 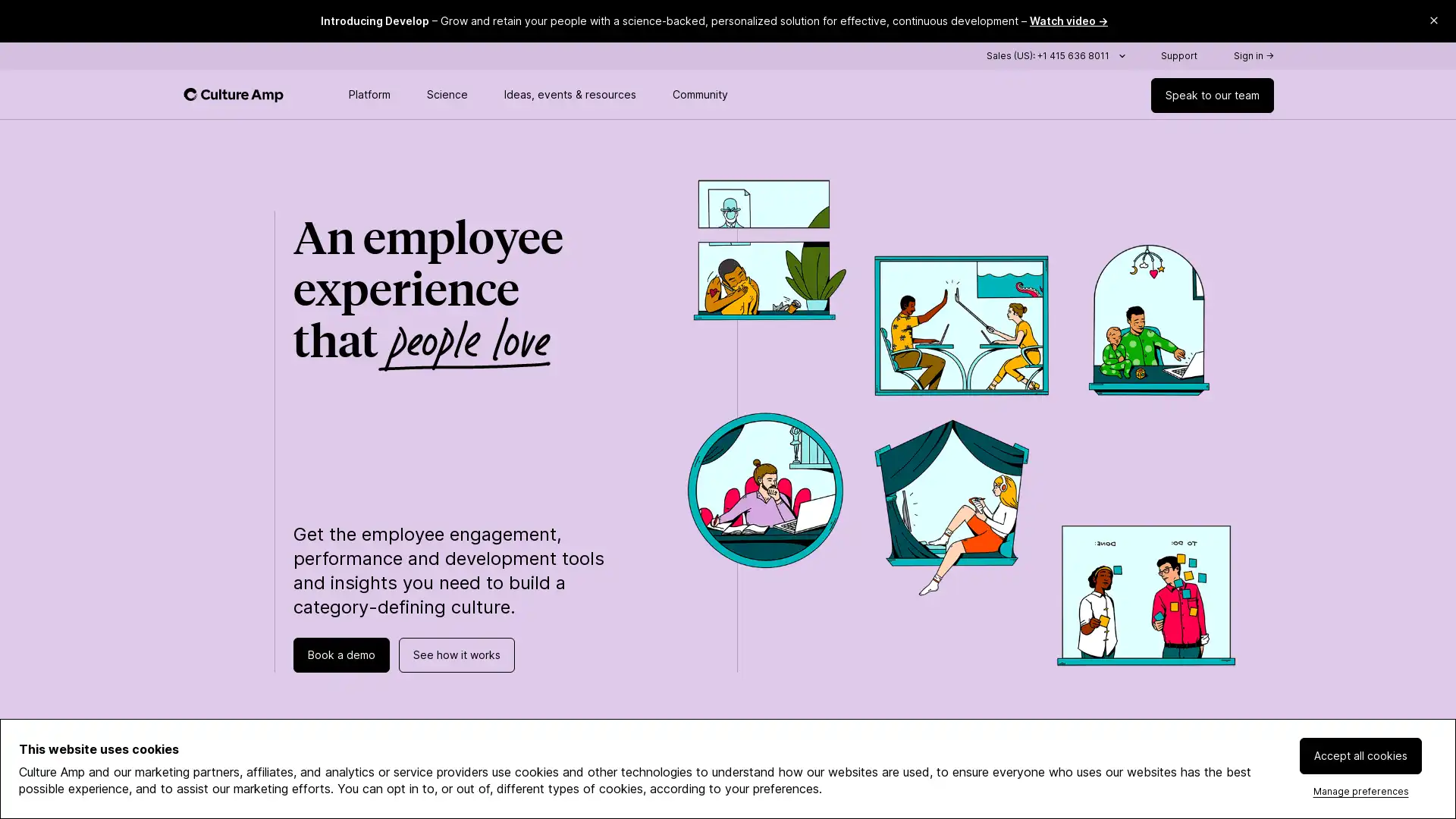 I want to click on Toggle platform menu, so click(x=369, y=95).